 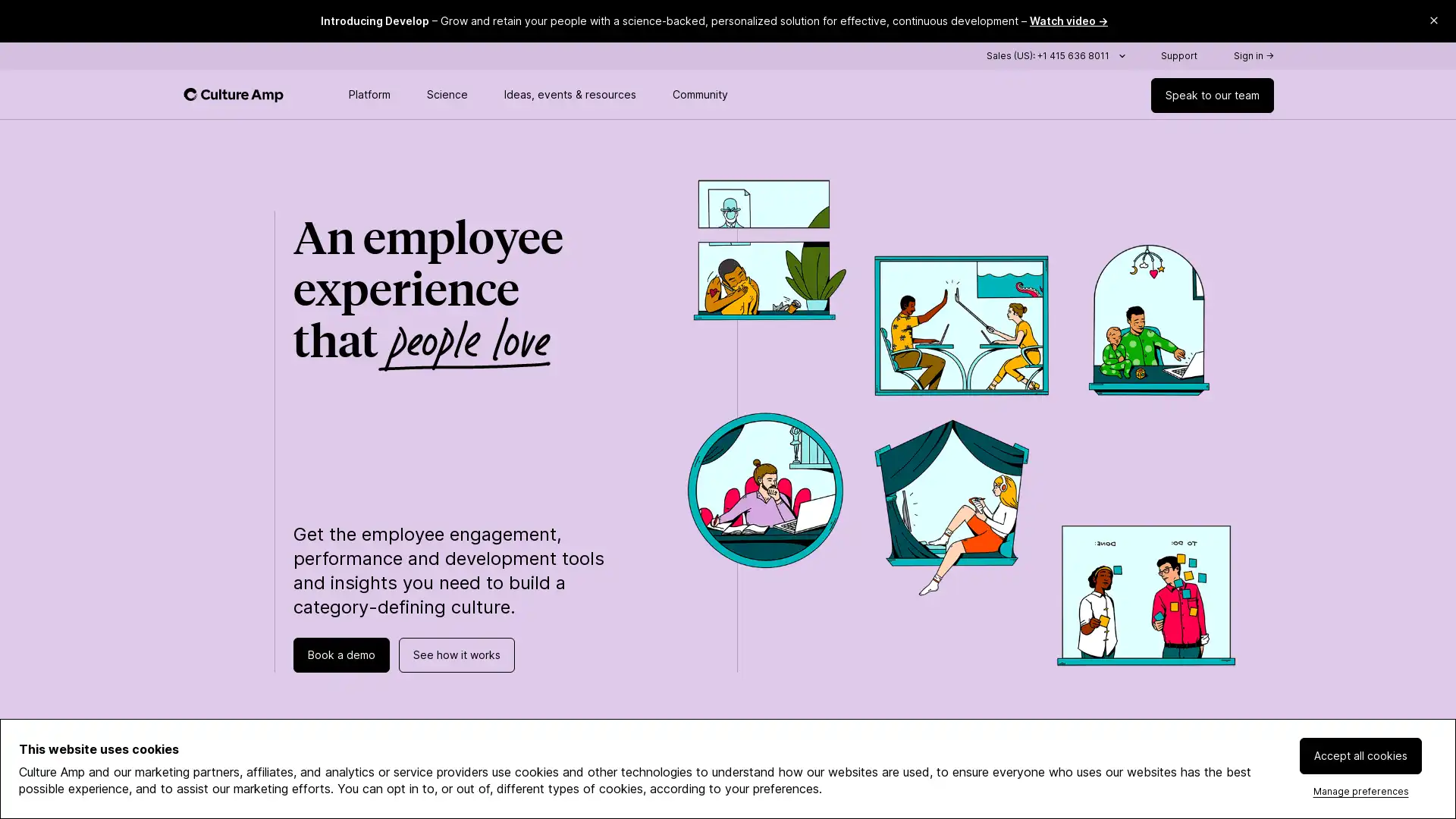 I want to click on Toggle platform menu, so click(x=369, y=95).